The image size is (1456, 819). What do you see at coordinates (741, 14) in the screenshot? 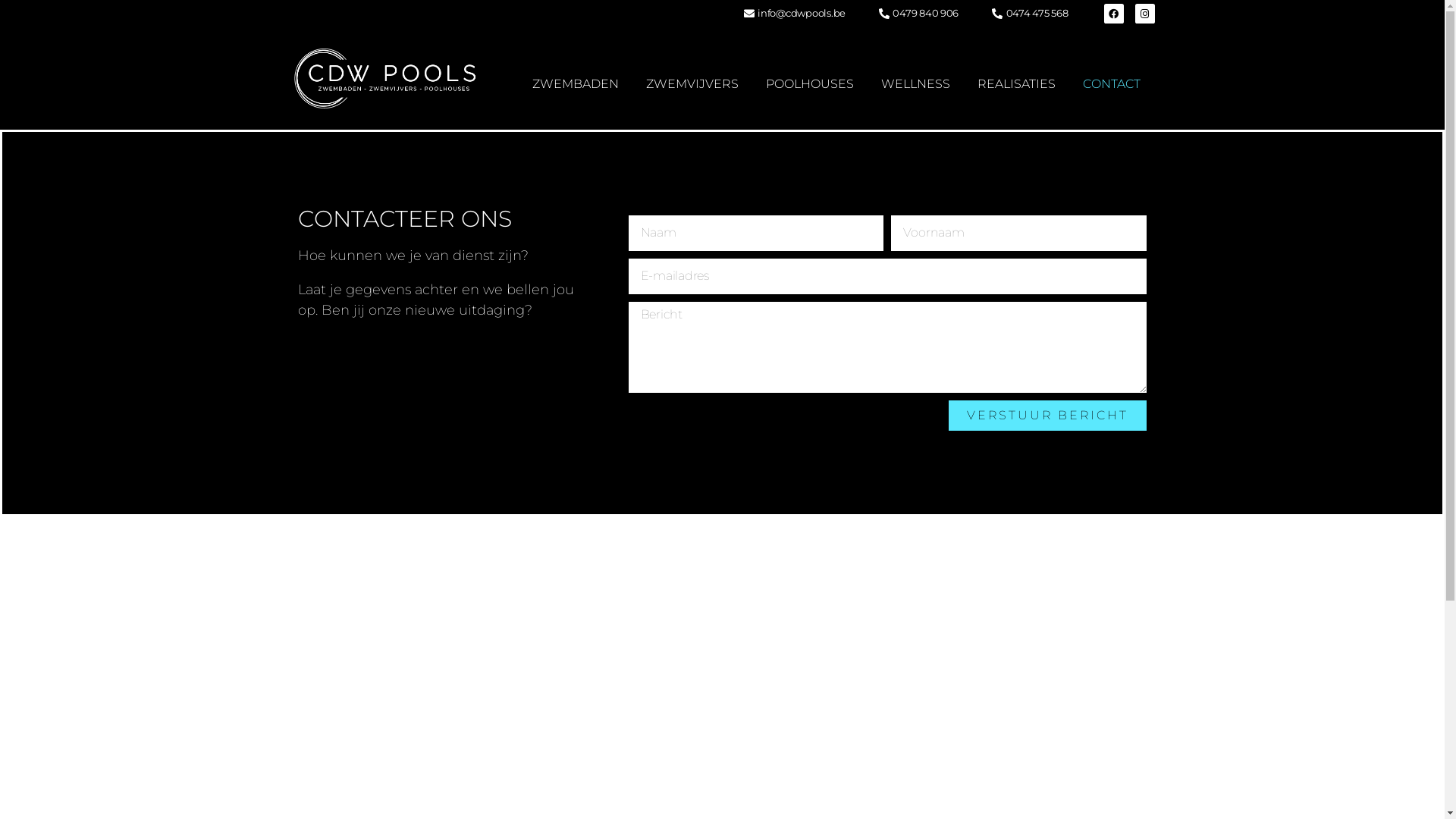
I see `'info@cdwpools.be'` at bounding box center [741, 14].